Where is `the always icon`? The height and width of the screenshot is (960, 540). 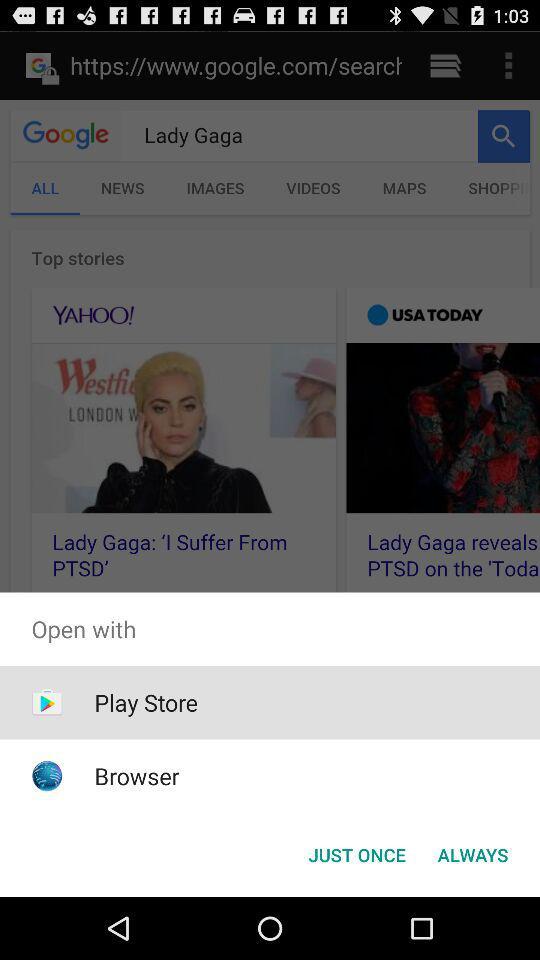
the always icon is located at coordinates (472, 853).